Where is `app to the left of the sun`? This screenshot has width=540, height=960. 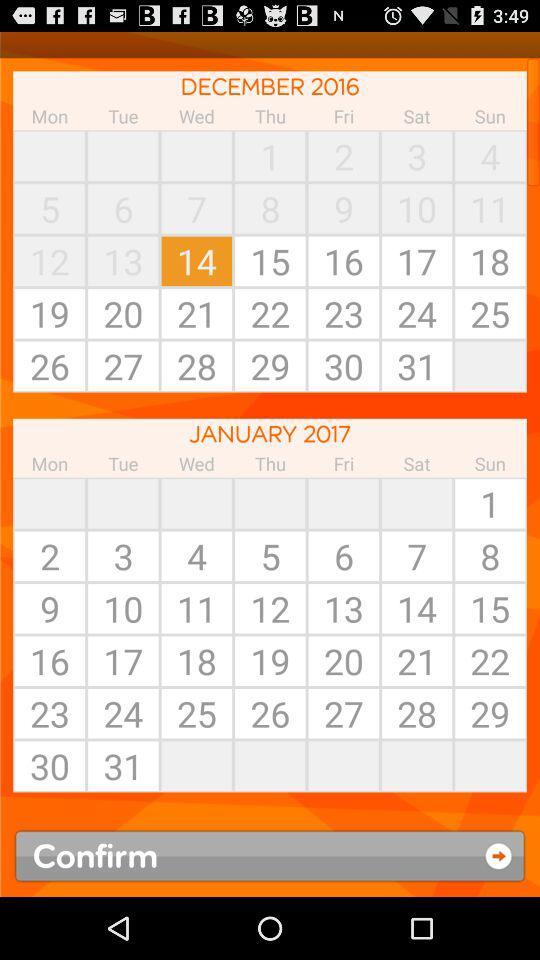 app to the left of the sun is located at coordinates (416, 502).